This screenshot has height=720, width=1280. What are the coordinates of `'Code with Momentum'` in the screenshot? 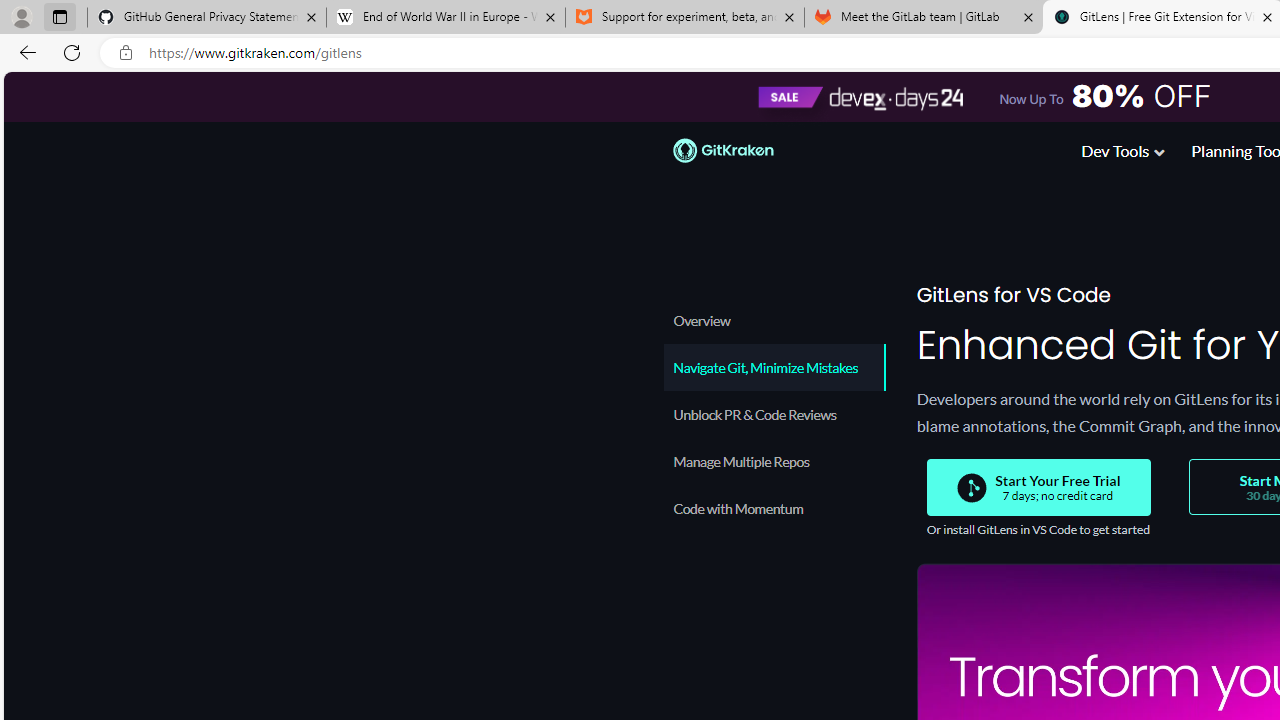 It's located at (773, 507).